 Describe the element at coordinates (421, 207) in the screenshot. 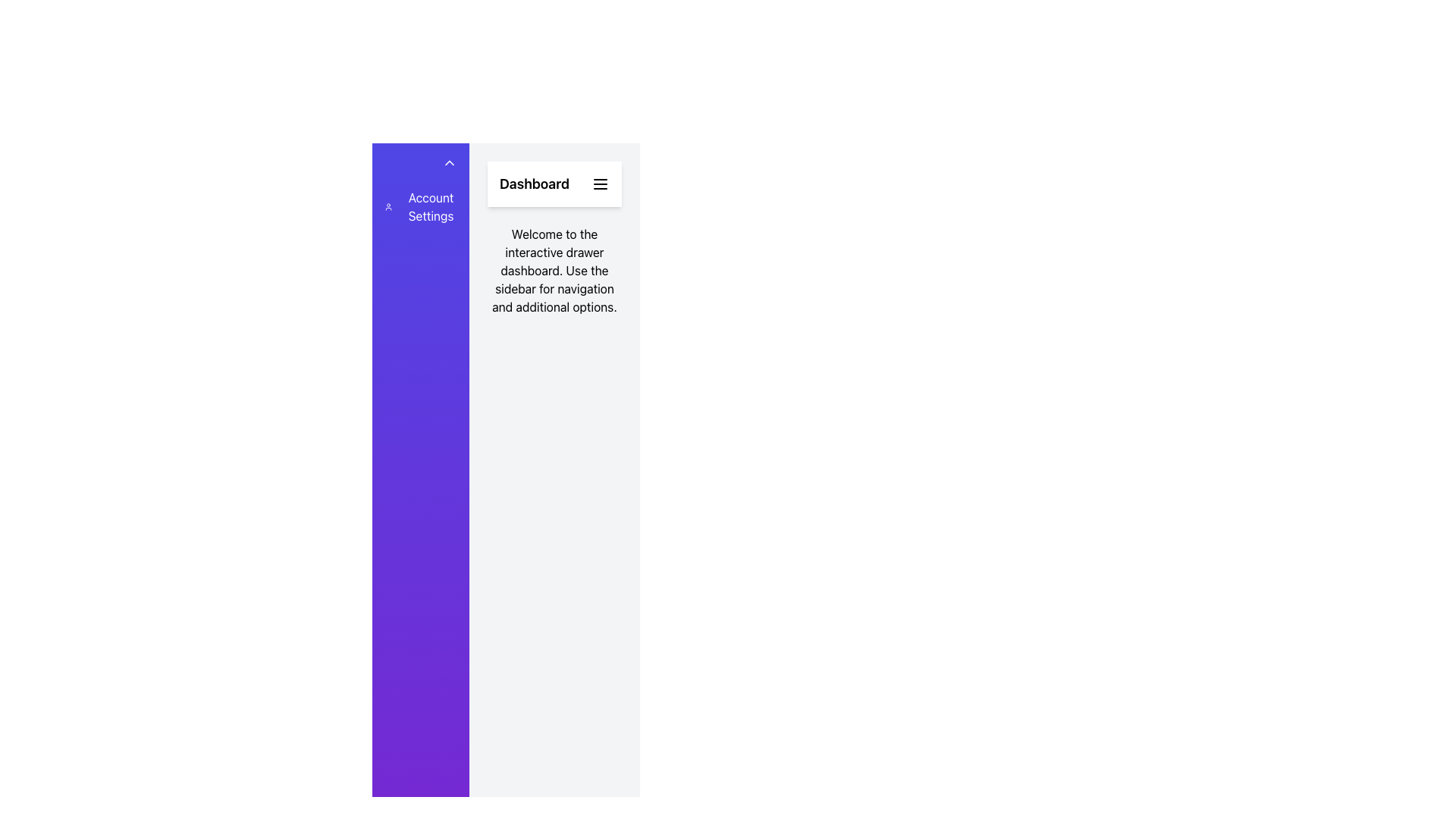

I see `the navigational button for 'Account Settings' located` at that location.